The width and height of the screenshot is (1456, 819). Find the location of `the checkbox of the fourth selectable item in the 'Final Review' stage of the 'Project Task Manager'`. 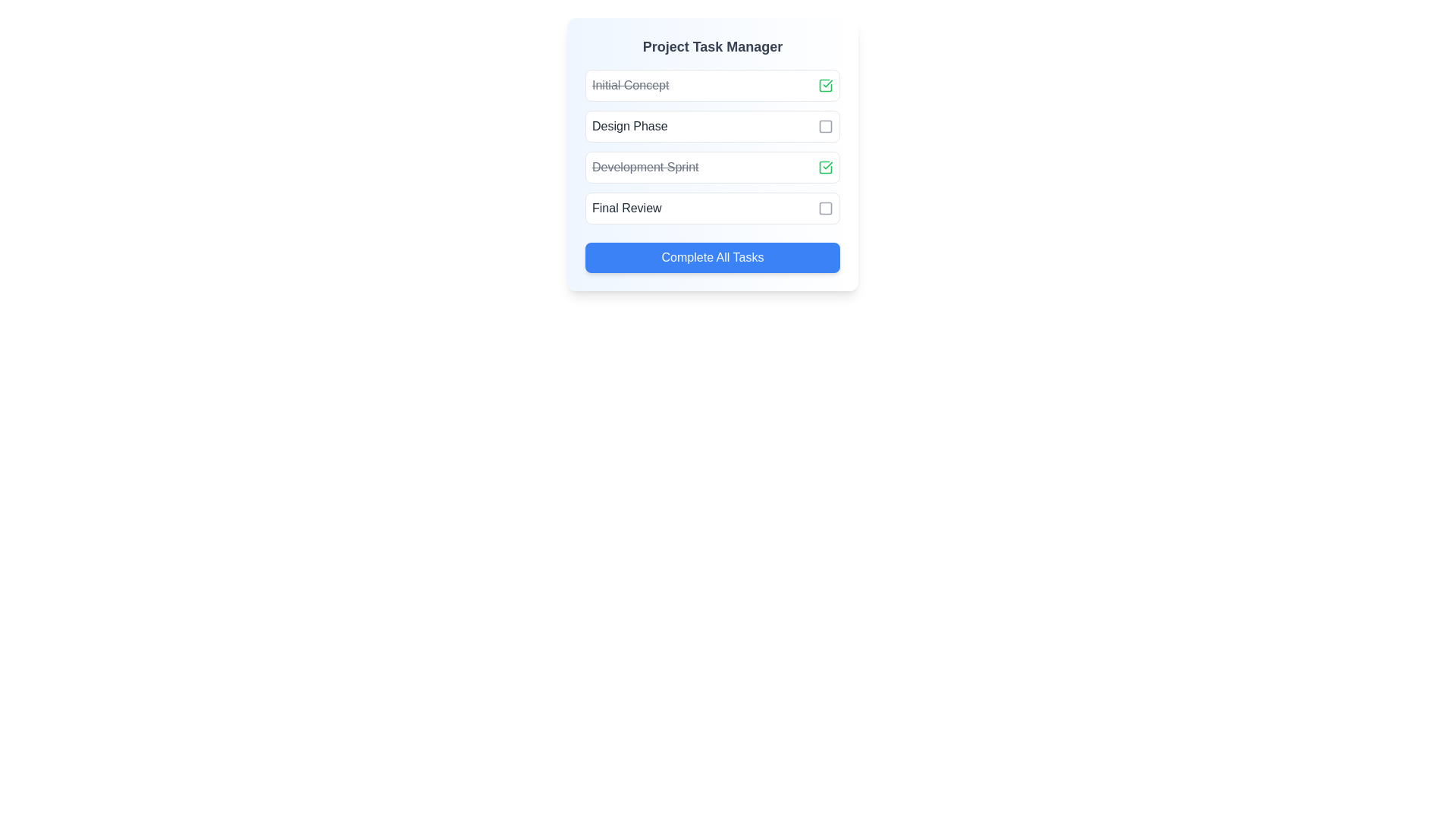

the checkbox of the fourth selectable item in the 'Final Review' stage of the 'Project Task Manager' is located at coordinates (712, 208).